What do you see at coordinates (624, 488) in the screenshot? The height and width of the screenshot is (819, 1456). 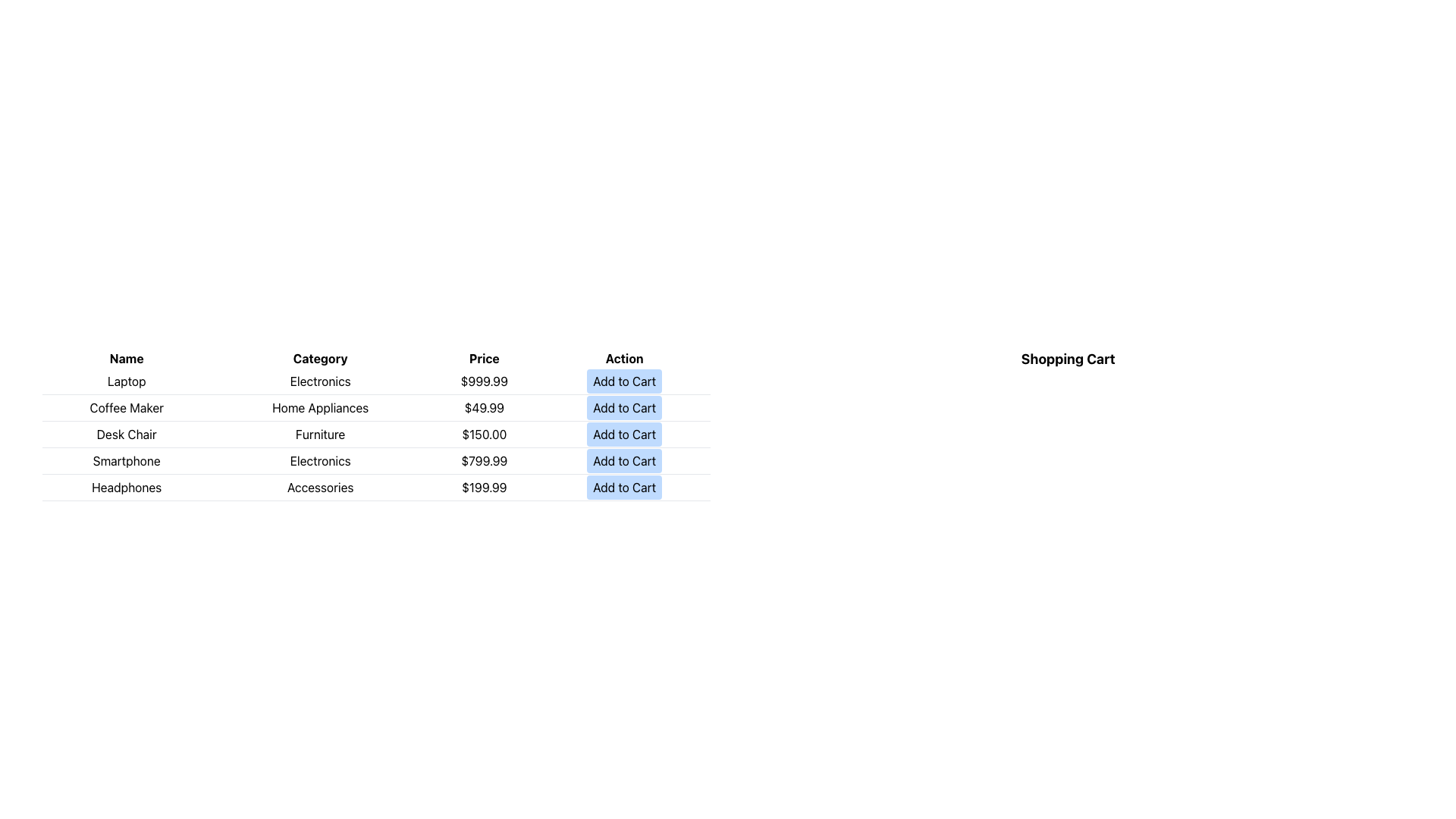 I see `the fifth button in the 'Action' column associated with 'Headphones'` at bounding box center [624, 488].